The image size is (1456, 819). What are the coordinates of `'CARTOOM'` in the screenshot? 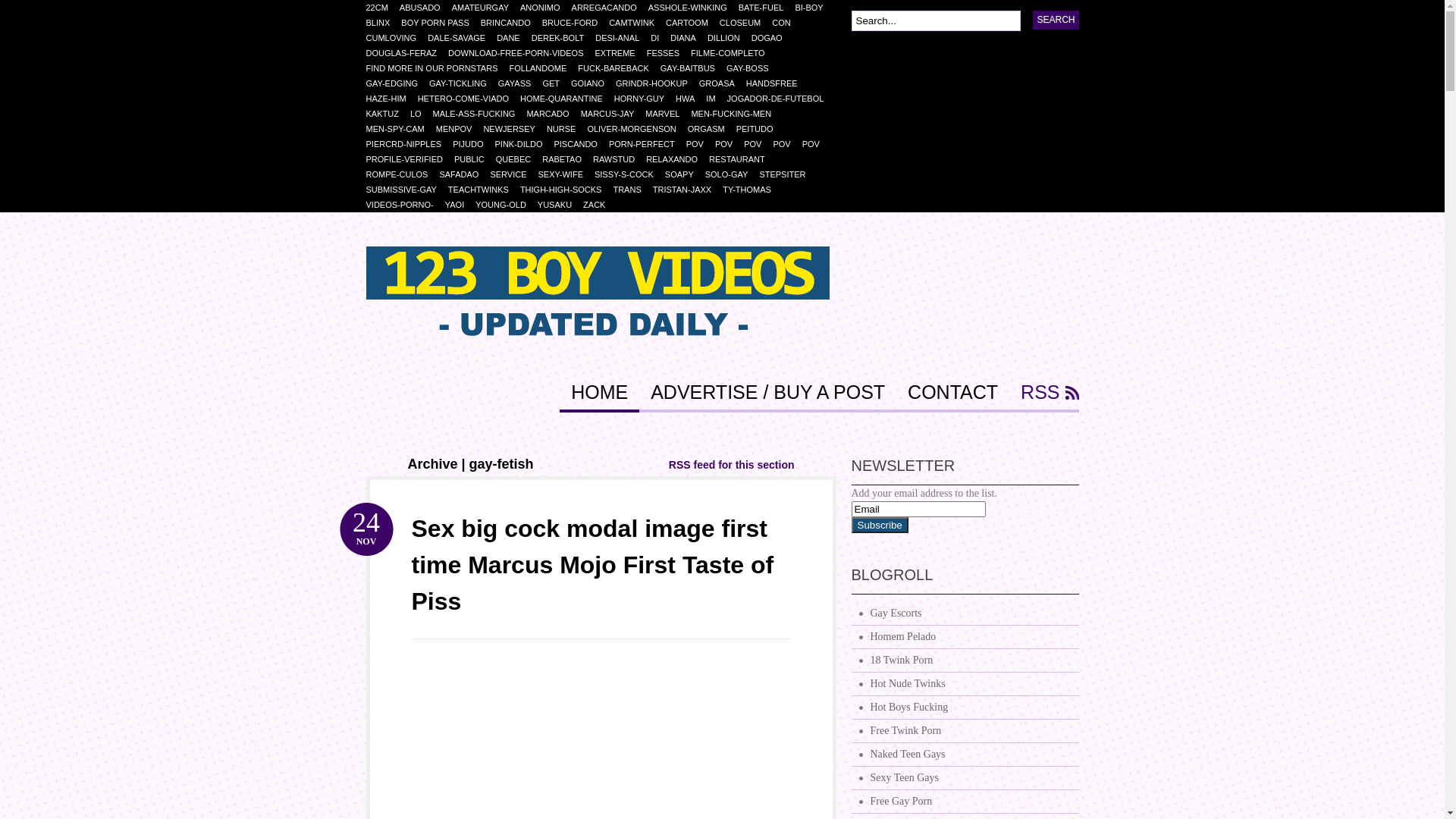 It's located at (692, 23).